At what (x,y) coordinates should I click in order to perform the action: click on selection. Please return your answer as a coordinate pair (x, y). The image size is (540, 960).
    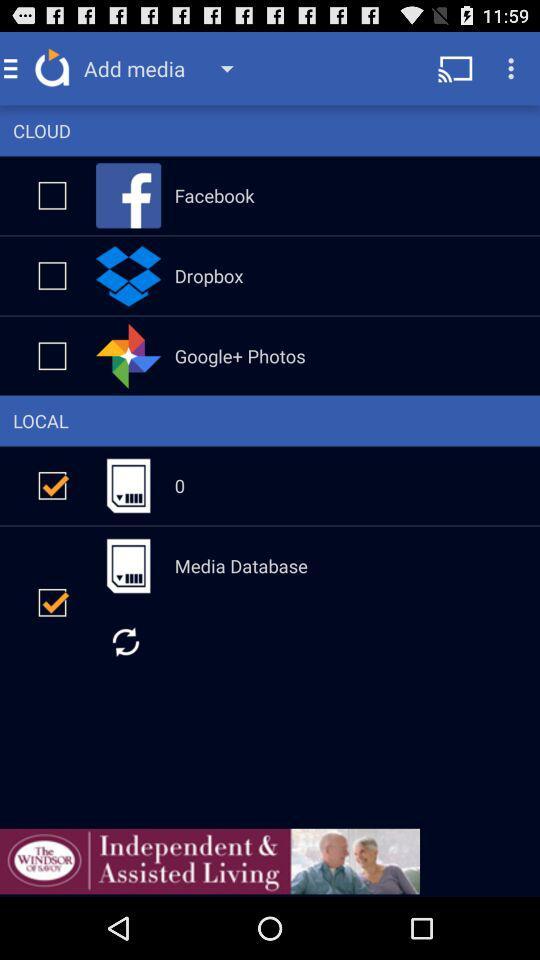
    Looking at the image, I should click on (52, 195).